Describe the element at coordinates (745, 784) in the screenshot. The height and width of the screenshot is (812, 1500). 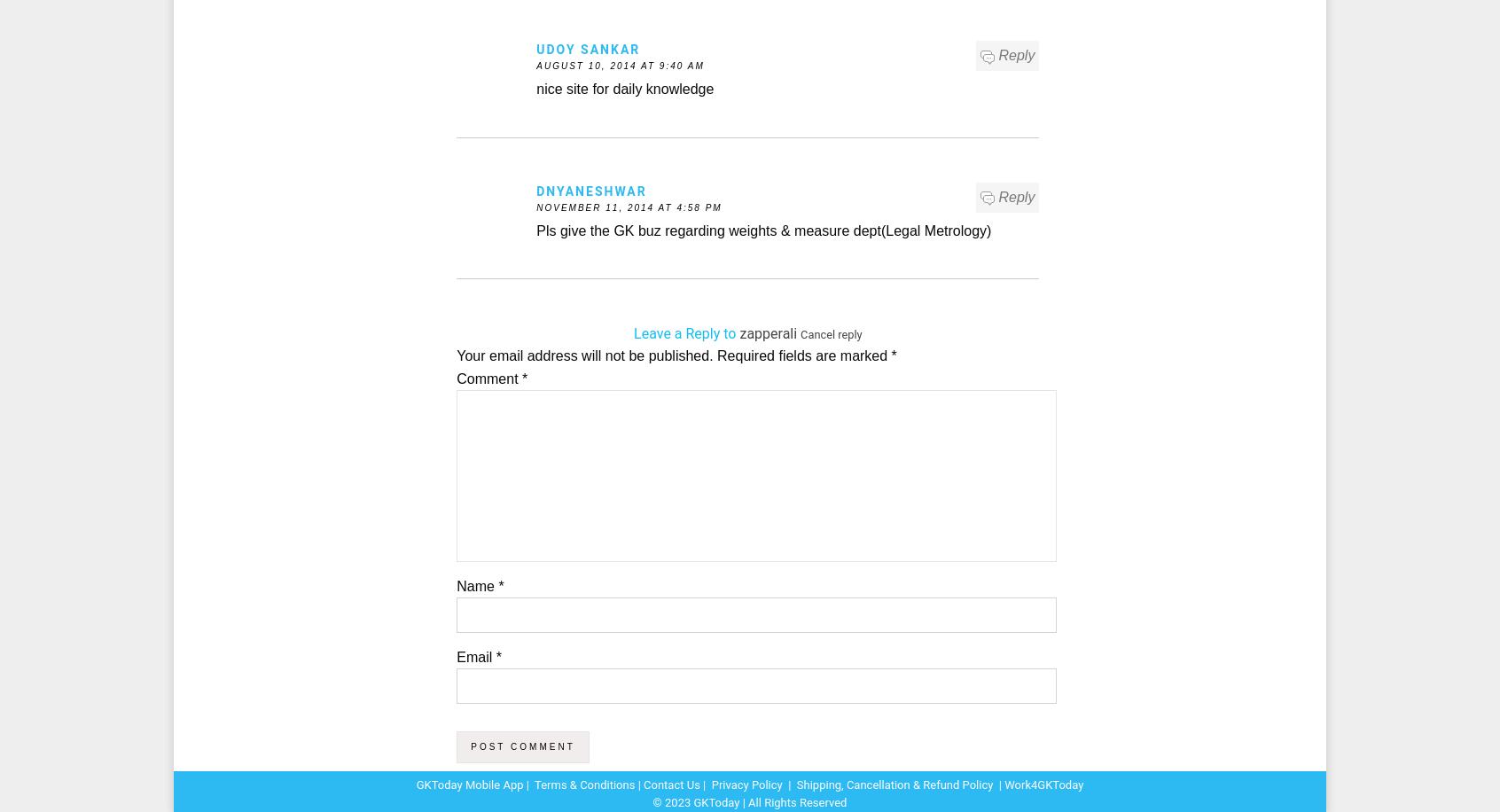
I see `'Privacy Policy'` at that location.